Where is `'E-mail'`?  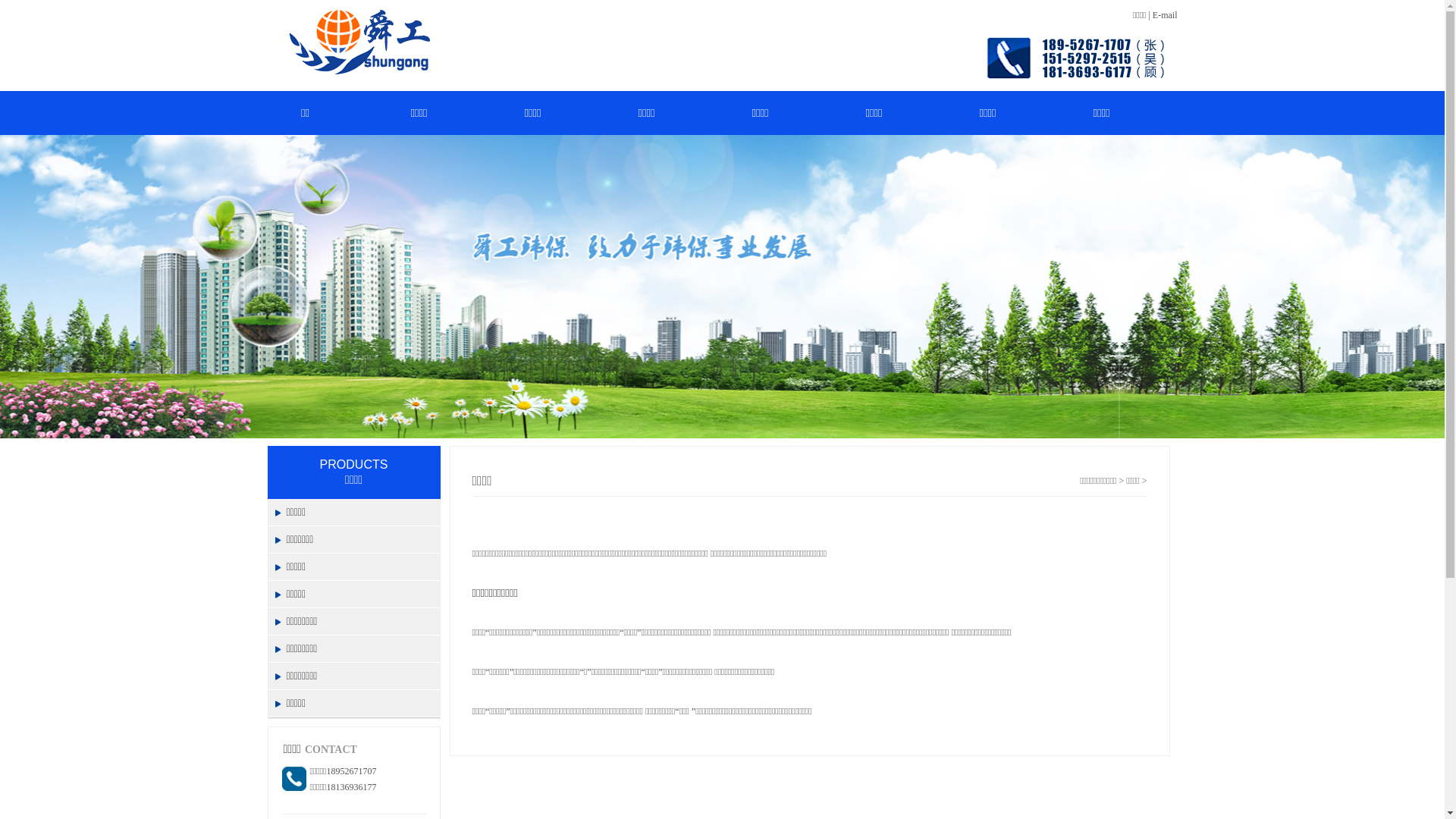
'E-mail' is located at coordinates (1164, 14).